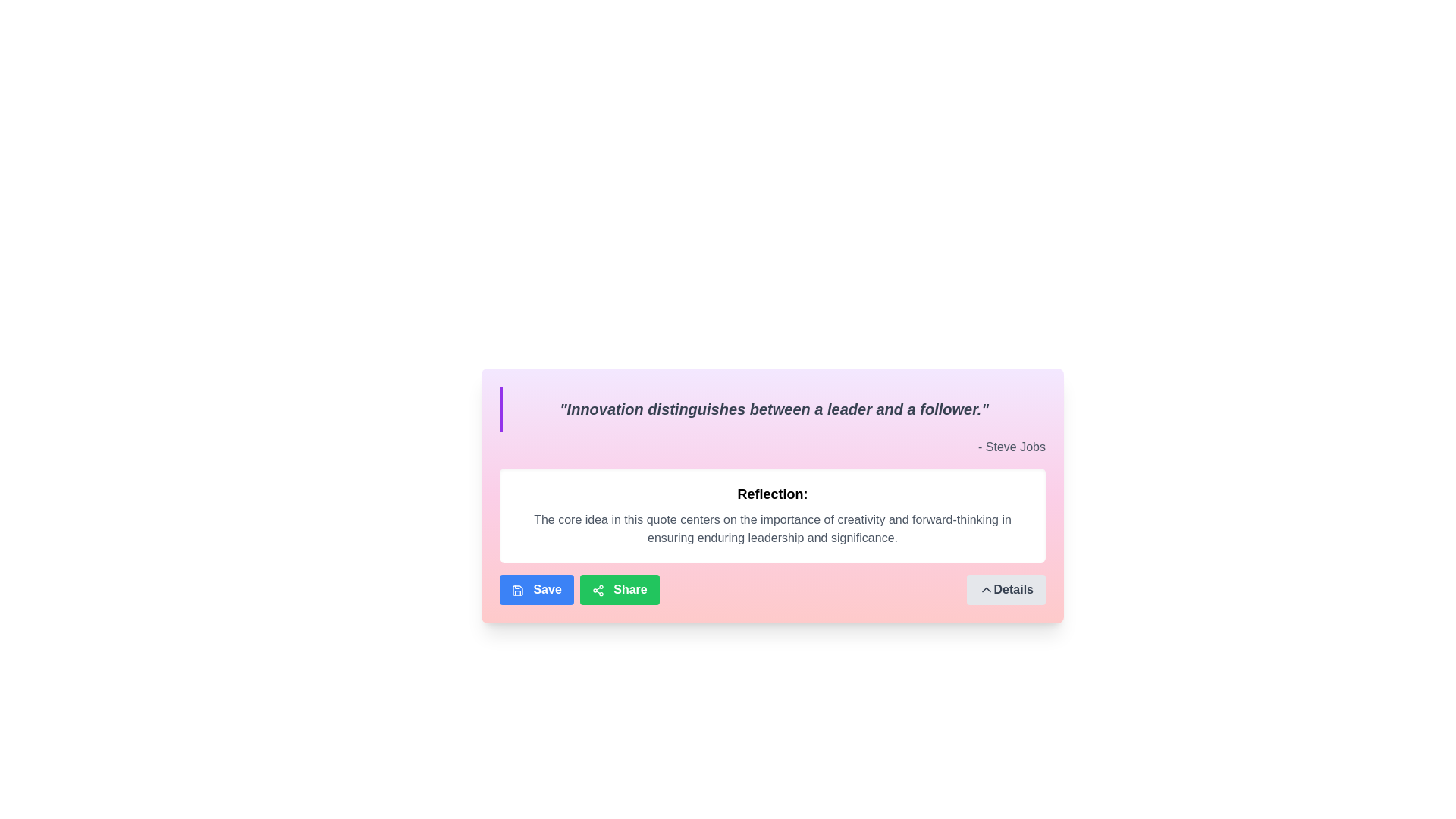 This screenshot has width=1456, height=819. I want to click on the green rectangular button labeled 'Share' located in the bottom-right section of the card structure, so click(620, 589).